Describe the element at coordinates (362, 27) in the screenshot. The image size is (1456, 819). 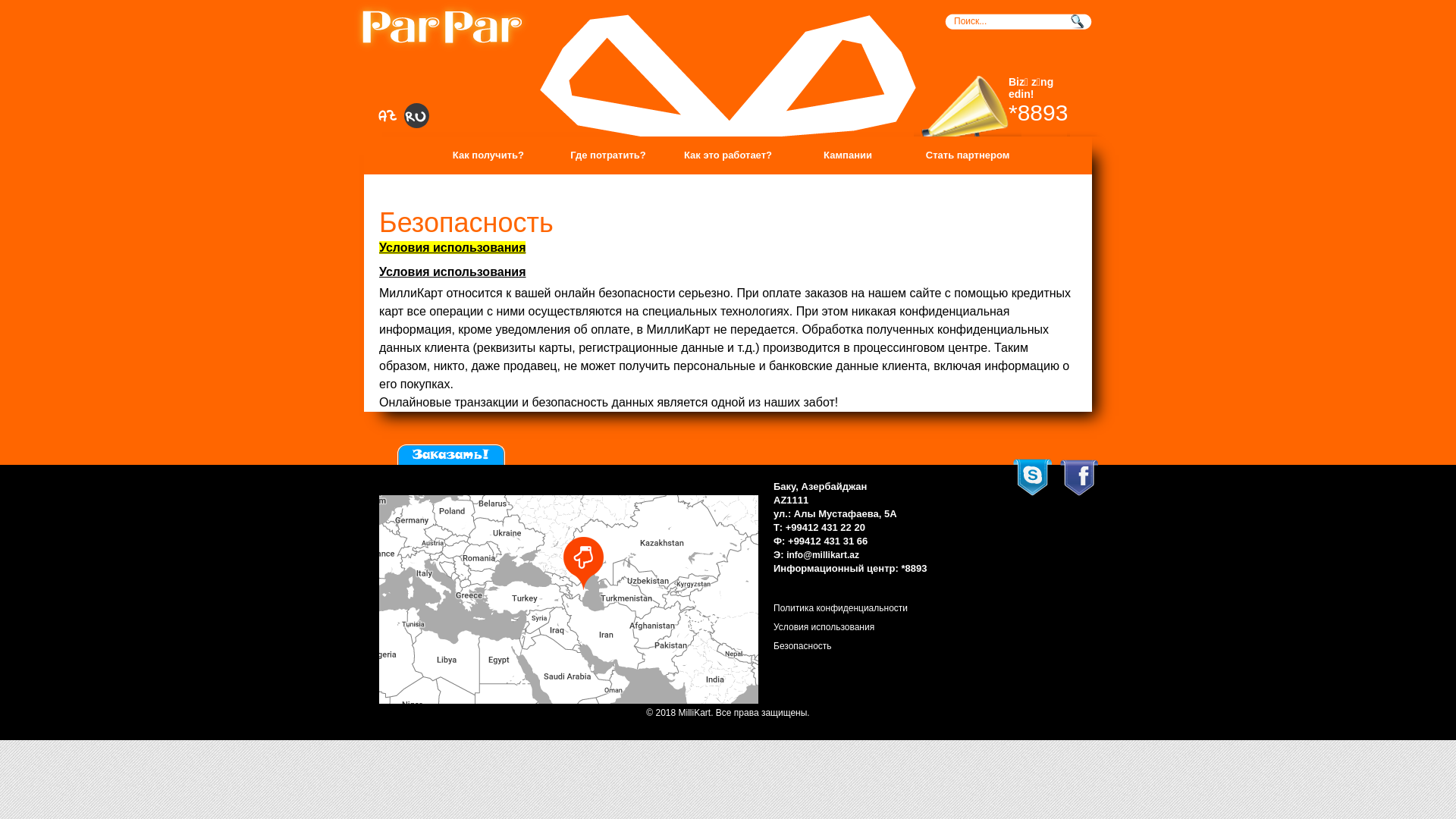
I see `'_'` at that location.